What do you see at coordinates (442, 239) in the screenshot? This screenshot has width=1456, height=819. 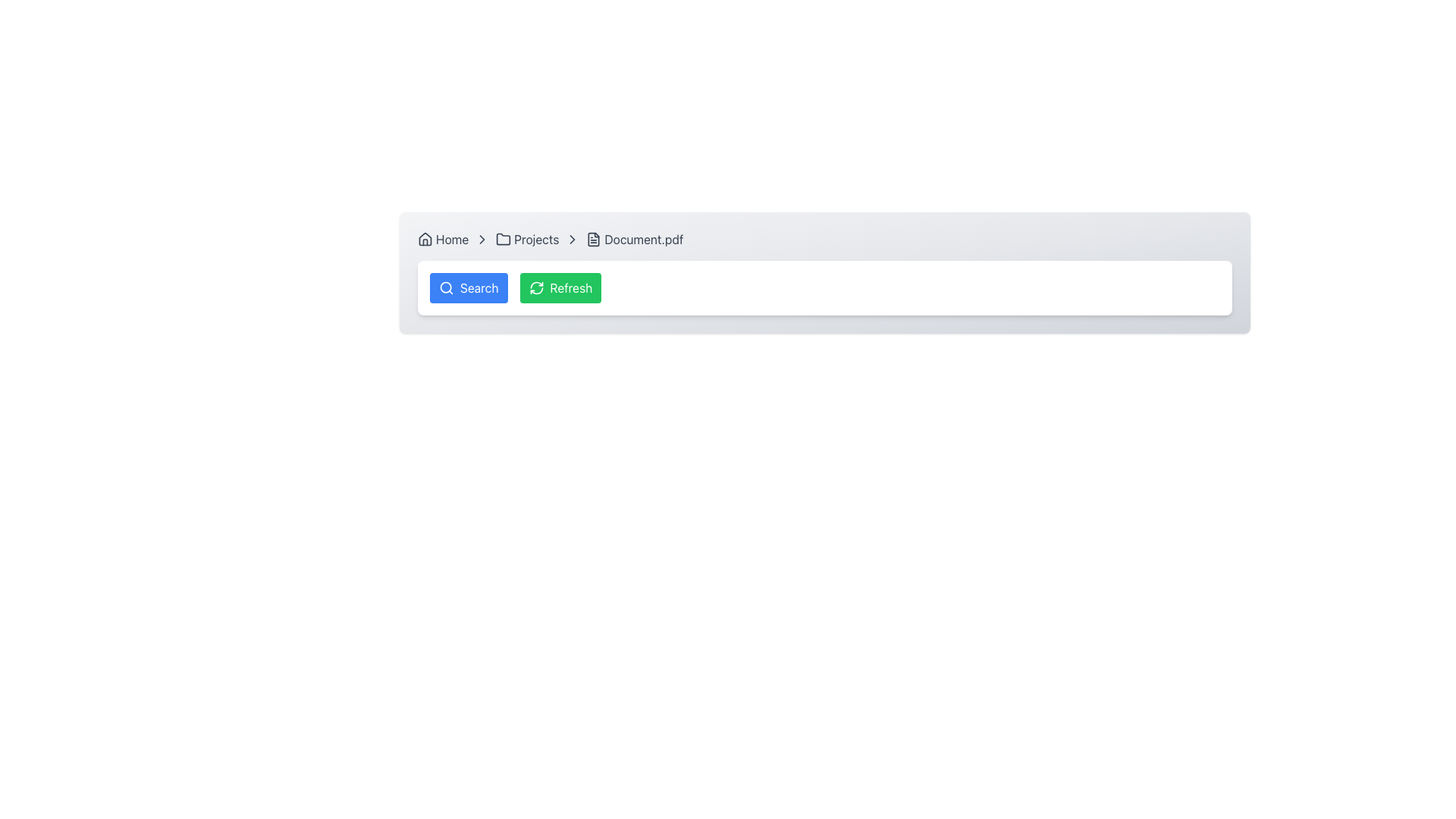 I see `the first breadcrumb link with an icon and label to potentially reveal additional styling effects` at bounding box center [442, 239].